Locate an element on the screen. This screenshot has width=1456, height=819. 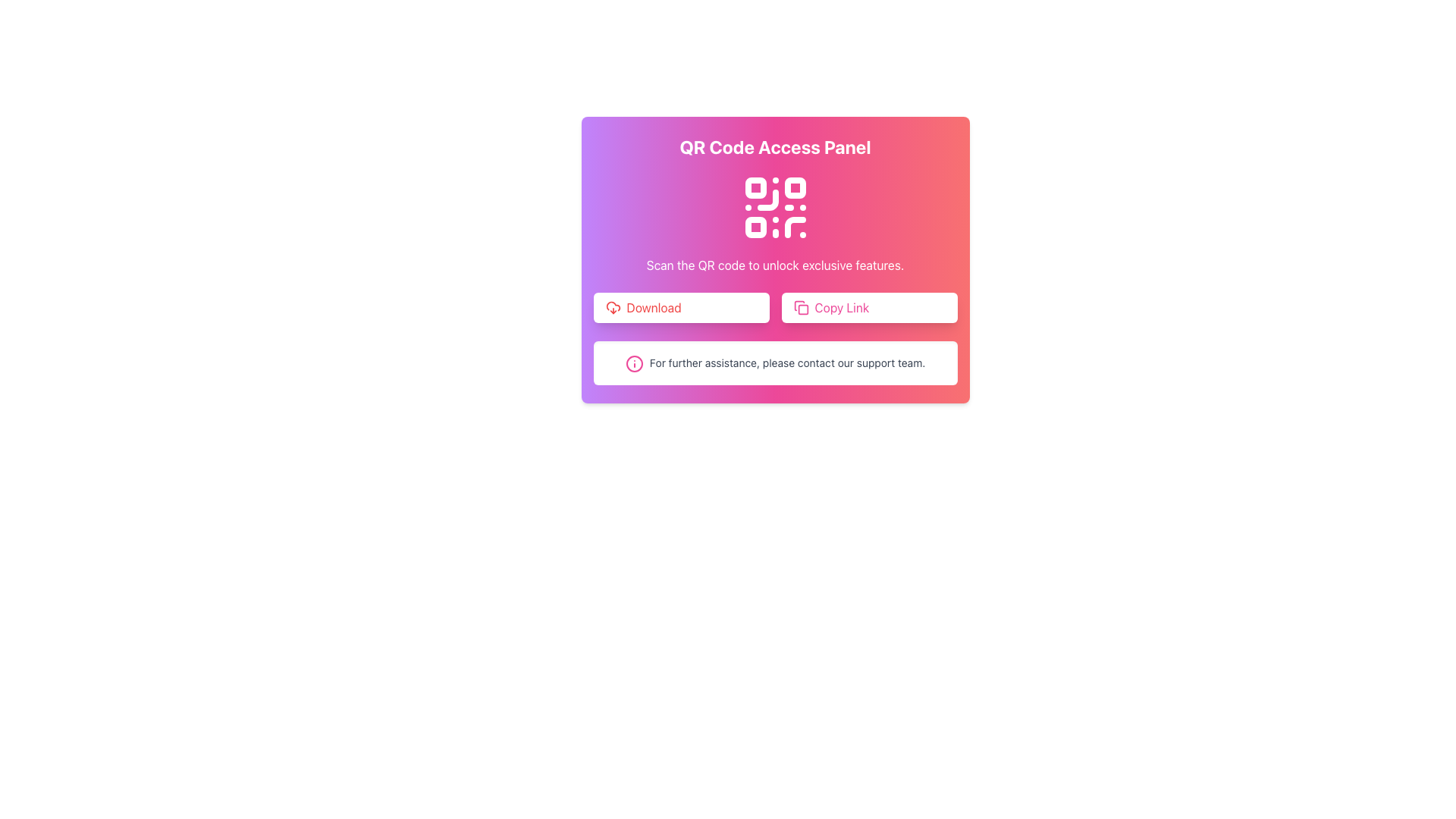
the button located to the right of the 'Download' button under the QR Code Access Panel to copy the link to the clipboard is located at coordinates (869, 307).